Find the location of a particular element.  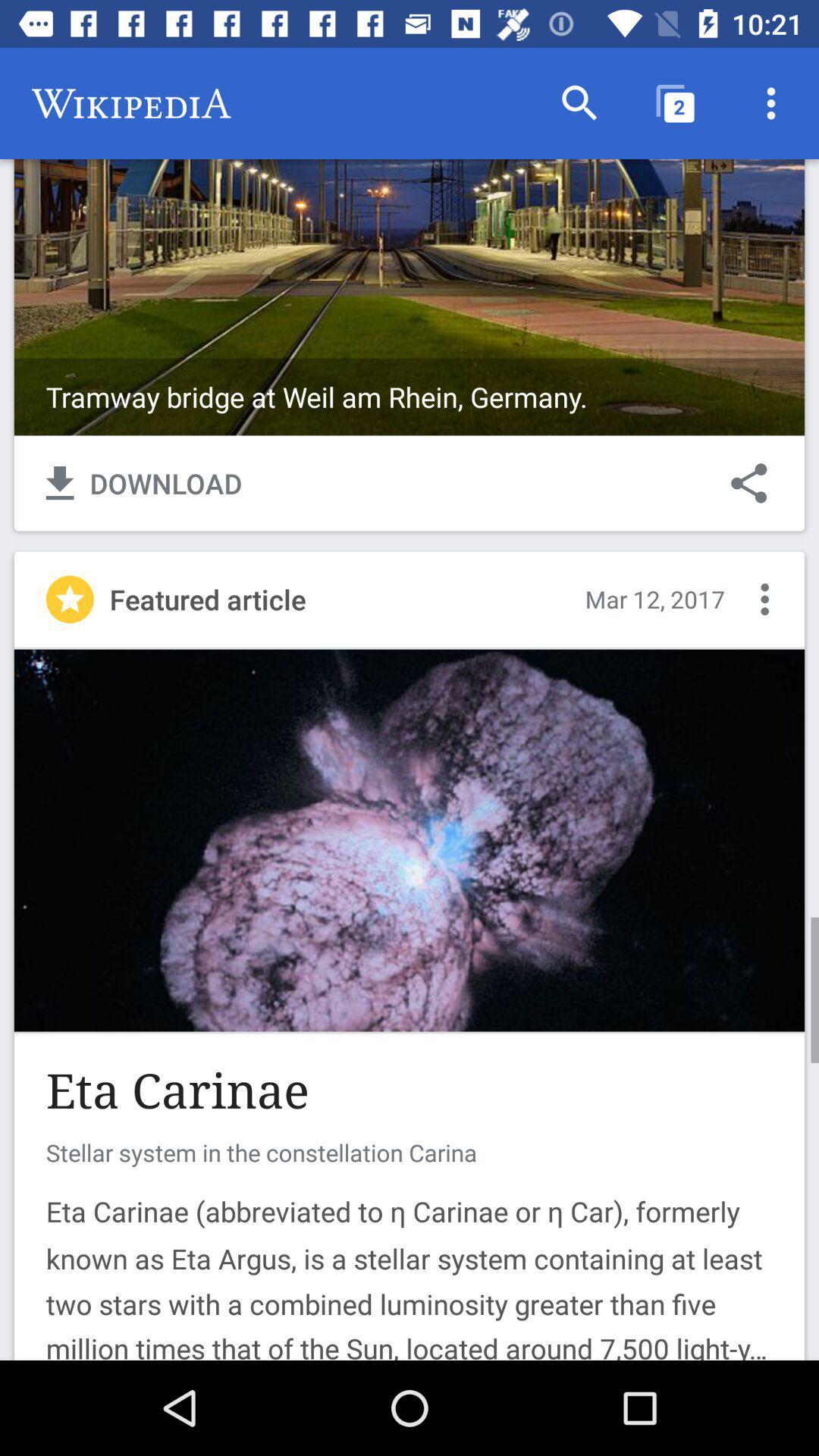

the item next to download is located at coordinates (748, 482).